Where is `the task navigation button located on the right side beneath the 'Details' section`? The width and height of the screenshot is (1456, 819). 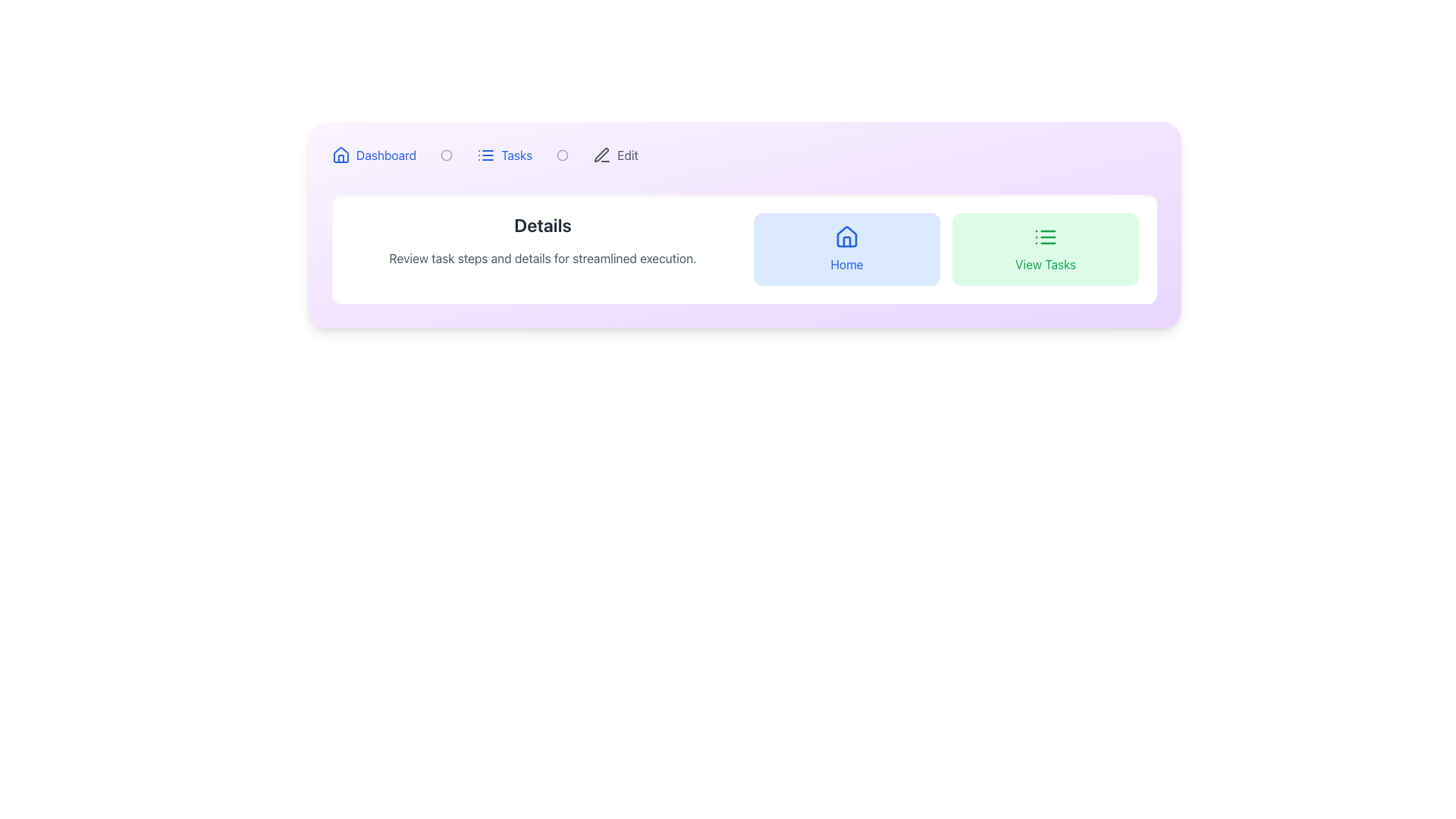
the task navigation button located on the right side beneath the 'Details' section is located at coordinates (1044, 248).